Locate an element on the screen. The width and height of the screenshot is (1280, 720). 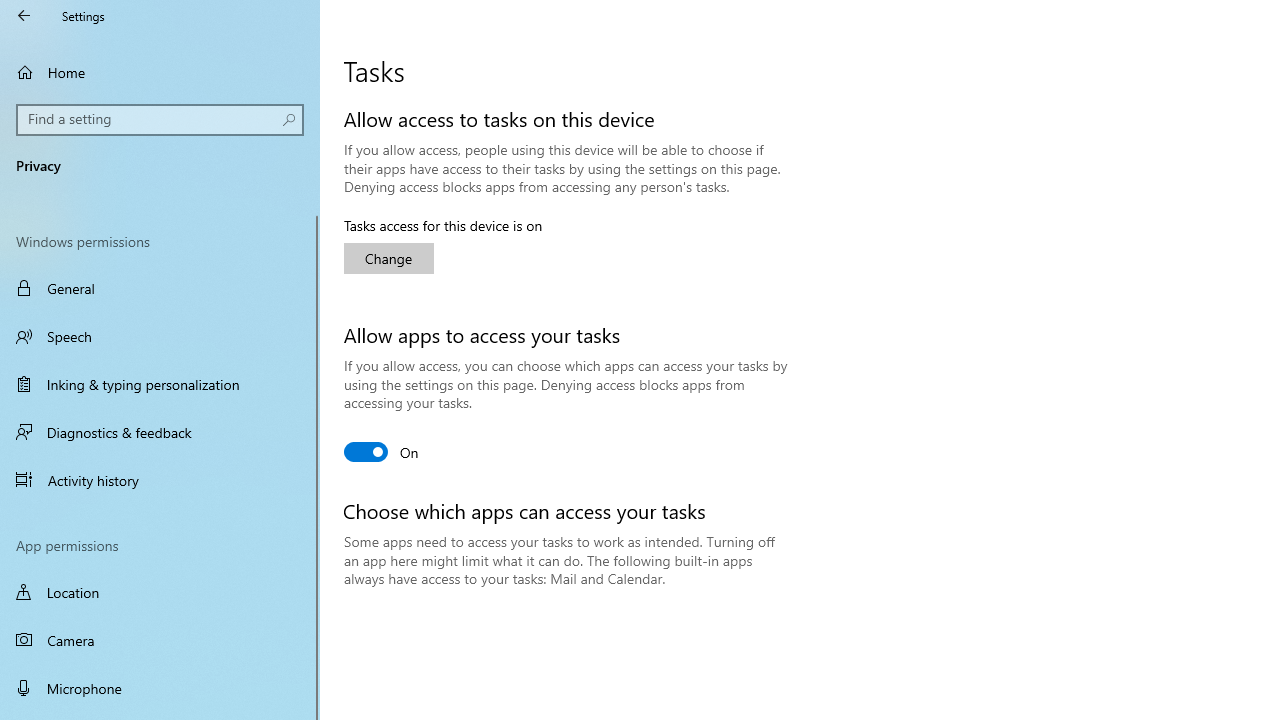
'Diagnostics & feedback' is located at coordinates (160, 431).